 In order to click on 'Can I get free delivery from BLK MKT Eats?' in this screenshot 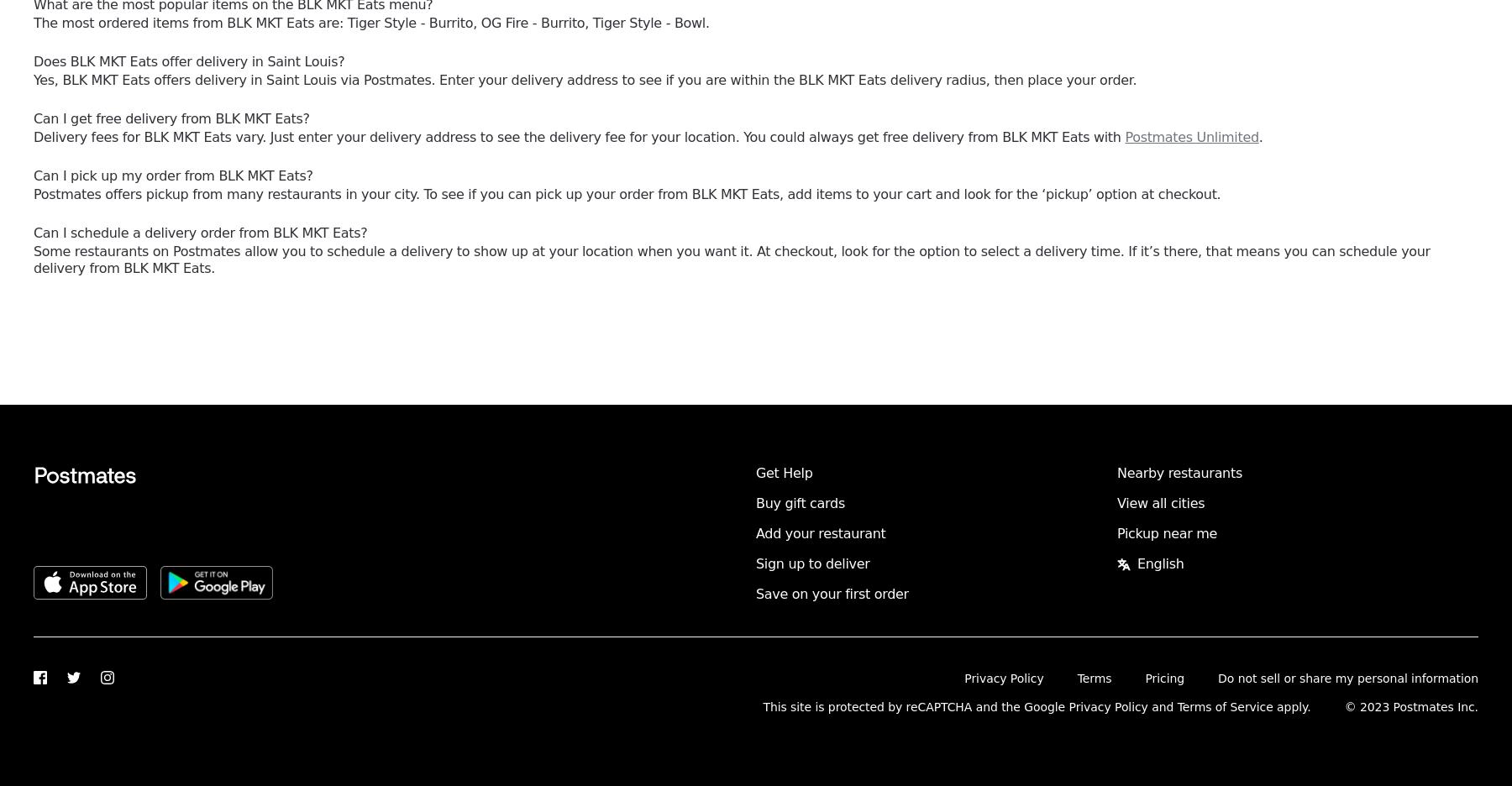, I will do `click(171, 118)`.